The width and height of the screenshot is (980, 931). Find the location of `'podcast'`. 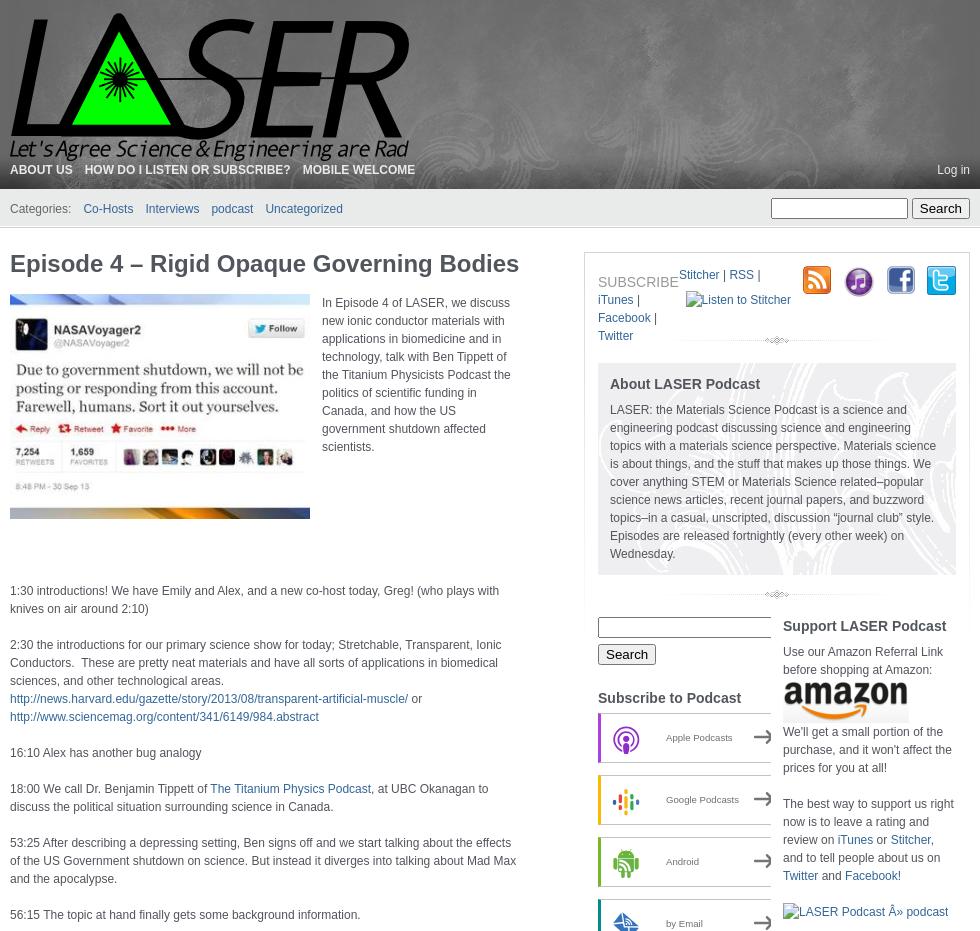

'podcast' is located at coordinates (231, 209).